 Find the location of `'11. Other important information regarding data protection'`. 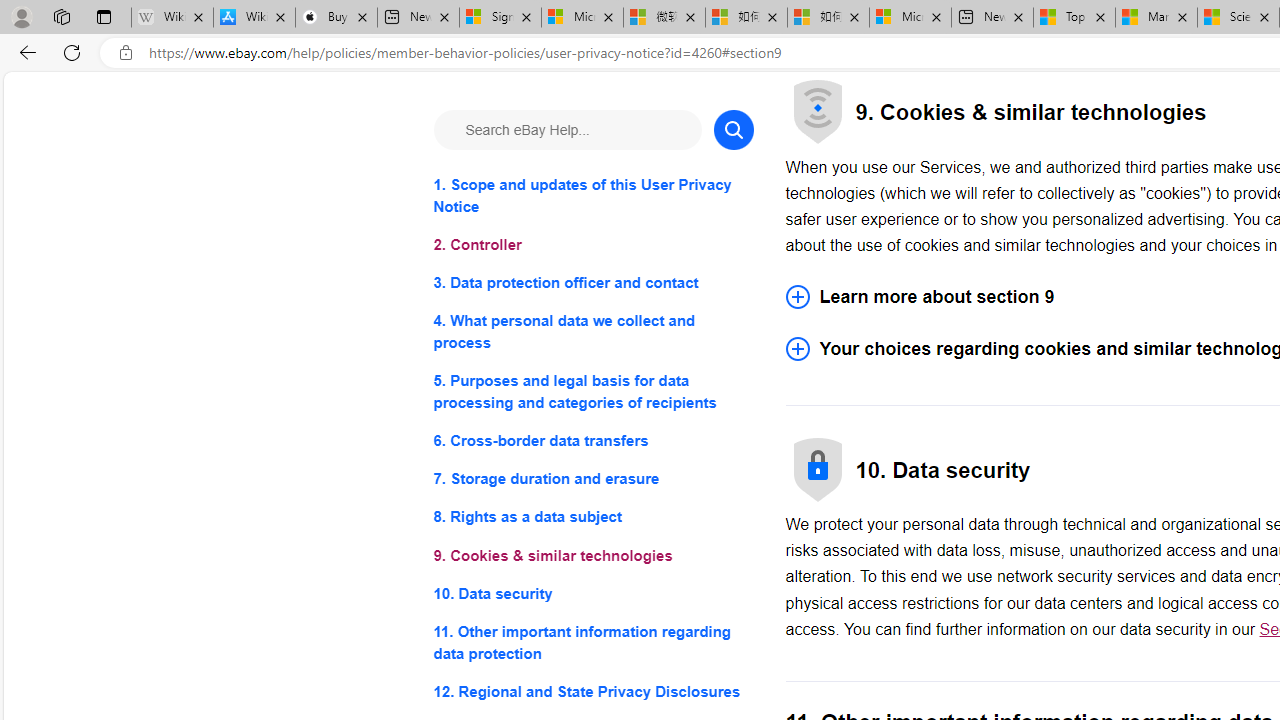

'11. Other important information regarding data protection' is located at coordinates (592, 642).